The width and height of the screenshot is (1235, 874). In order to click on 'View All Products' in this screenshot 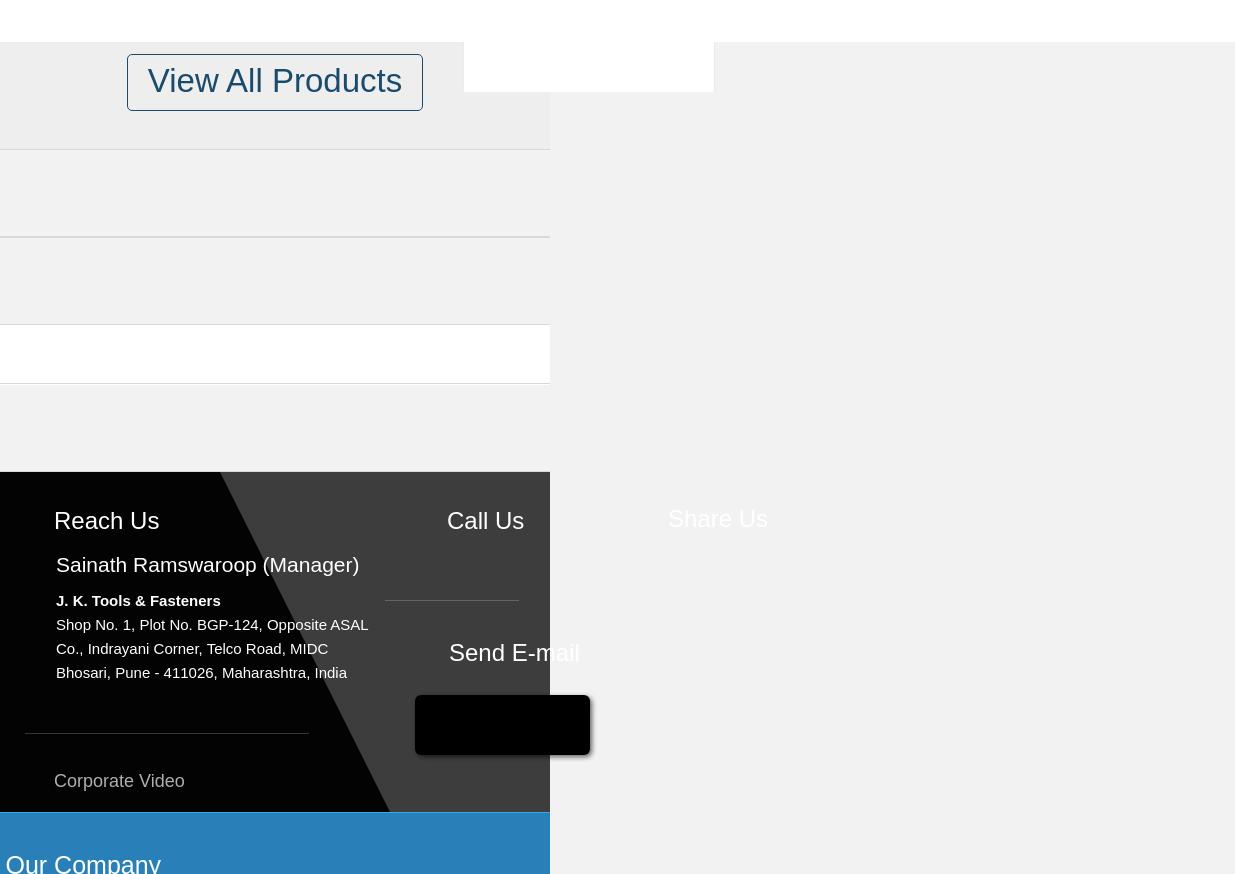, I will do `click(274, 80)`.